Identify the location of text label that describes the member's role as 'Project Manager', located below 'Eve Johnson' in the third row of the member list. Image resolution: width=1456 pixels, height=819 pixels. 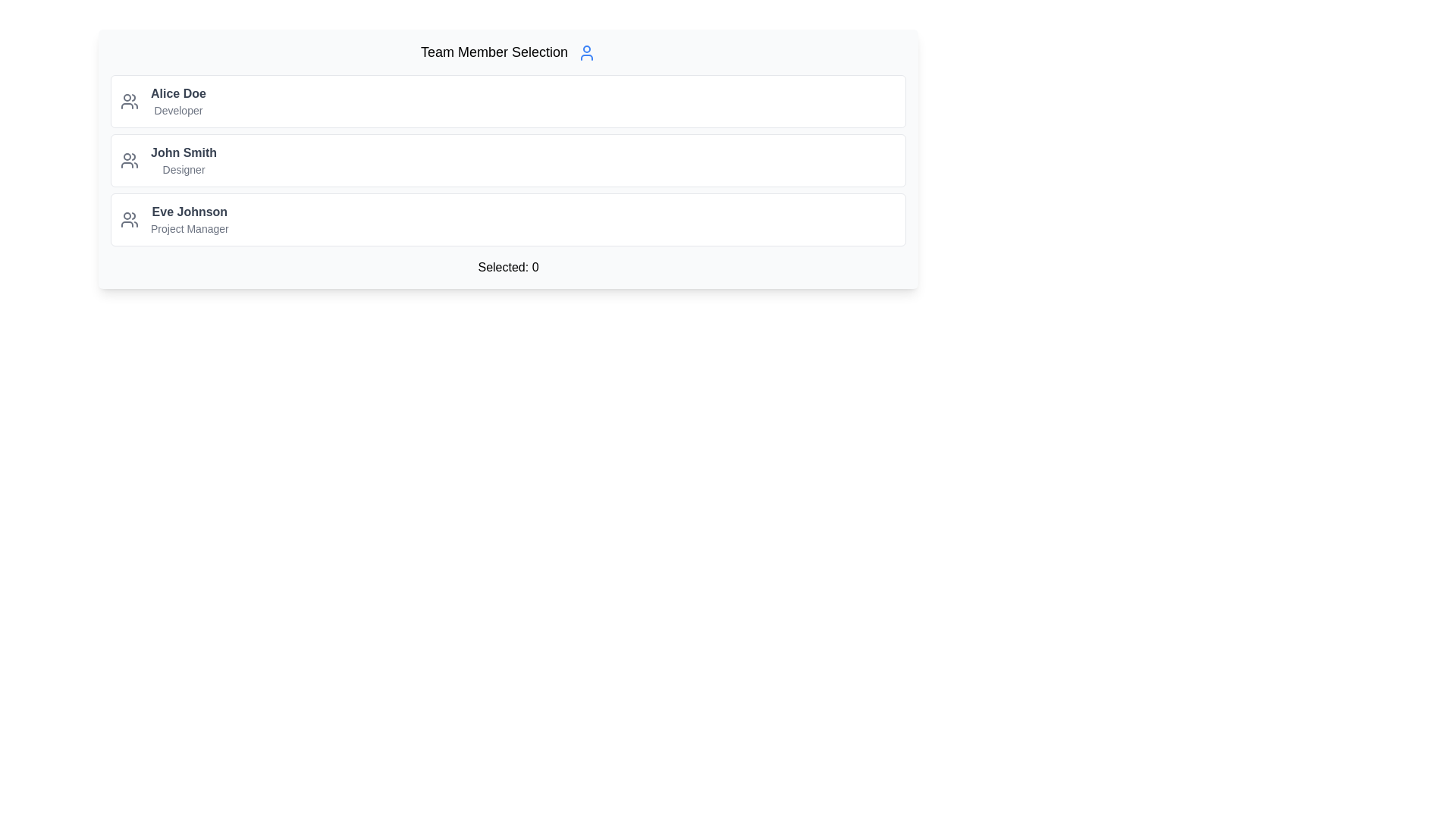
(189, 228).